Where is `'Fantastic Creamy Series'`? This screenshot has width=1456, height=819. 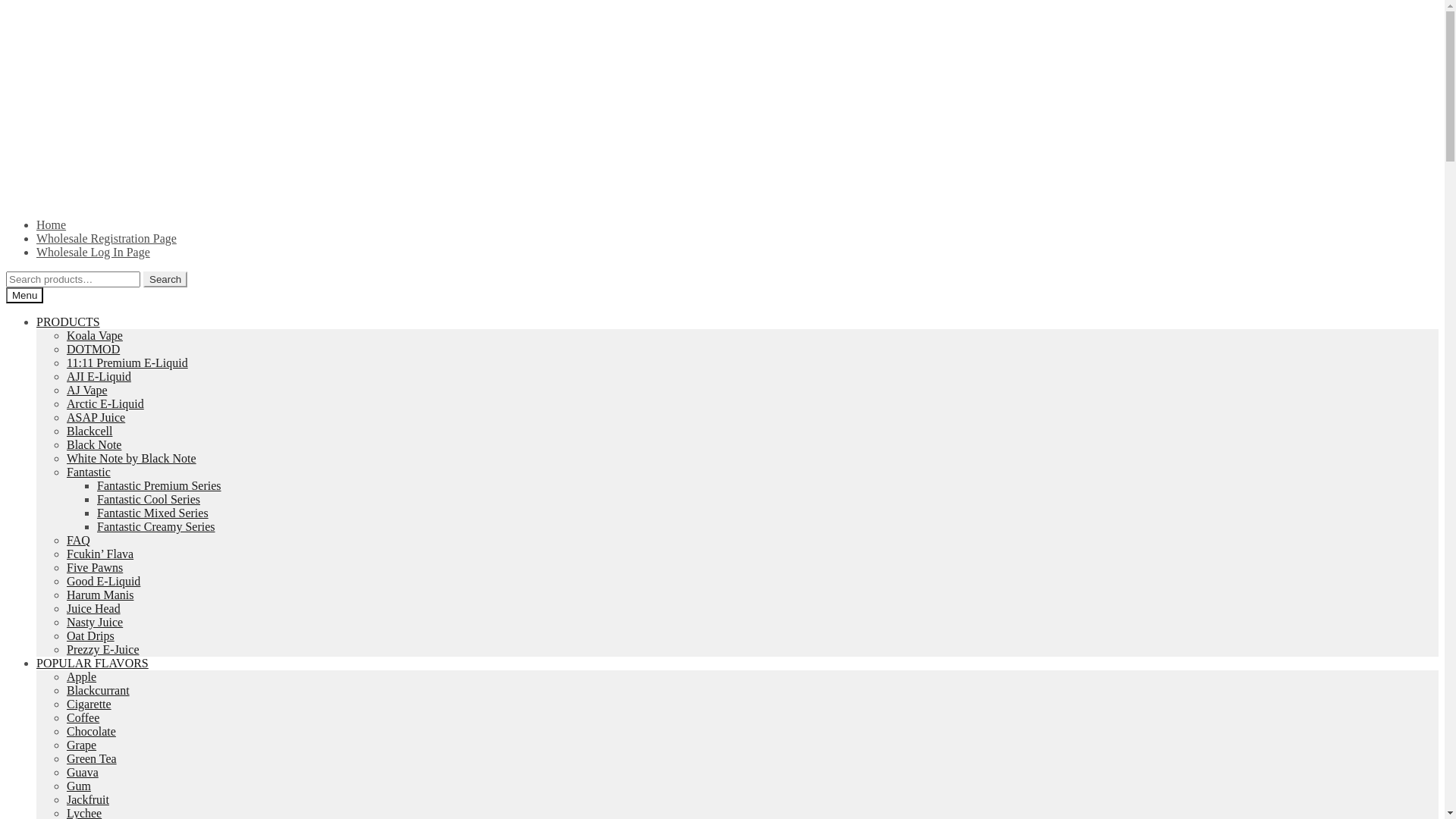 'Fantastic Creamy Series' is located at coordinates (156, 526).